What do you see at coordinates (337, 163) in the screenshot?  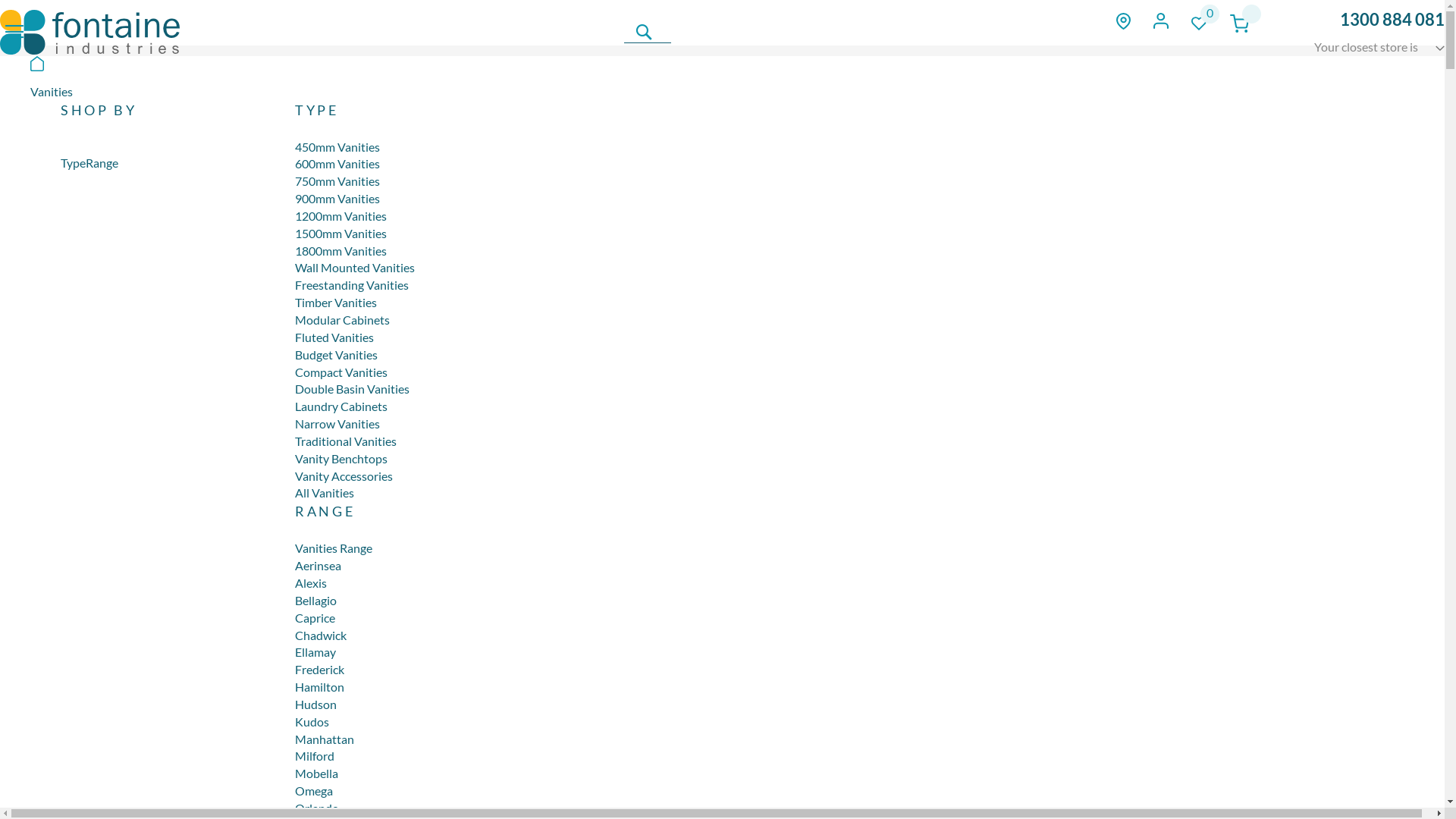 I see `'600mm Vanities'` at bounding box center [337, 163].